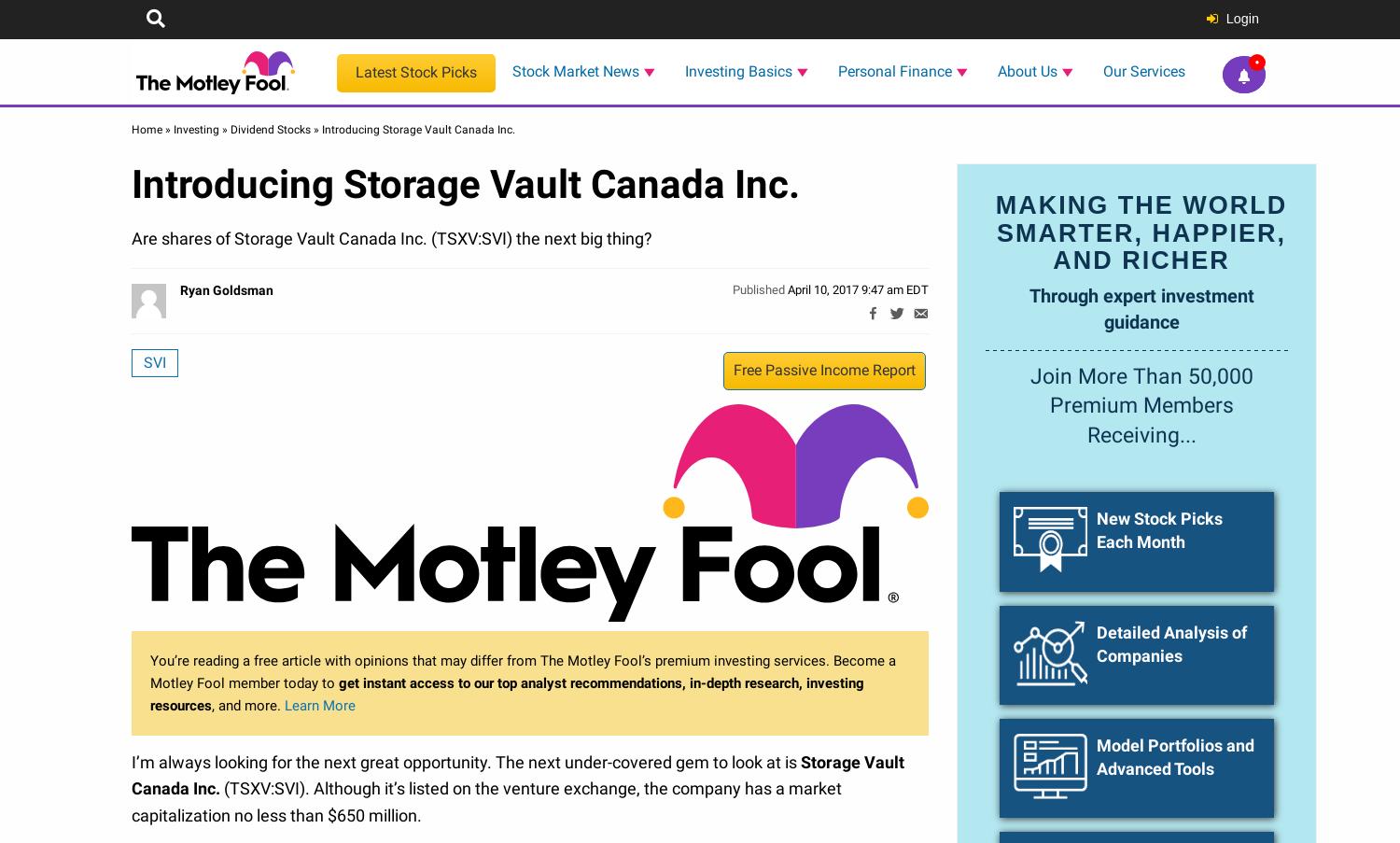 The width and height of the screenshot is (1400, 843). What do you see at coordinates (1176, 779) in the screenshot?
I see `'Earn Passive Income With 3 Canadian Dividend Stocks Today'` at bounding box center [1176, 779].